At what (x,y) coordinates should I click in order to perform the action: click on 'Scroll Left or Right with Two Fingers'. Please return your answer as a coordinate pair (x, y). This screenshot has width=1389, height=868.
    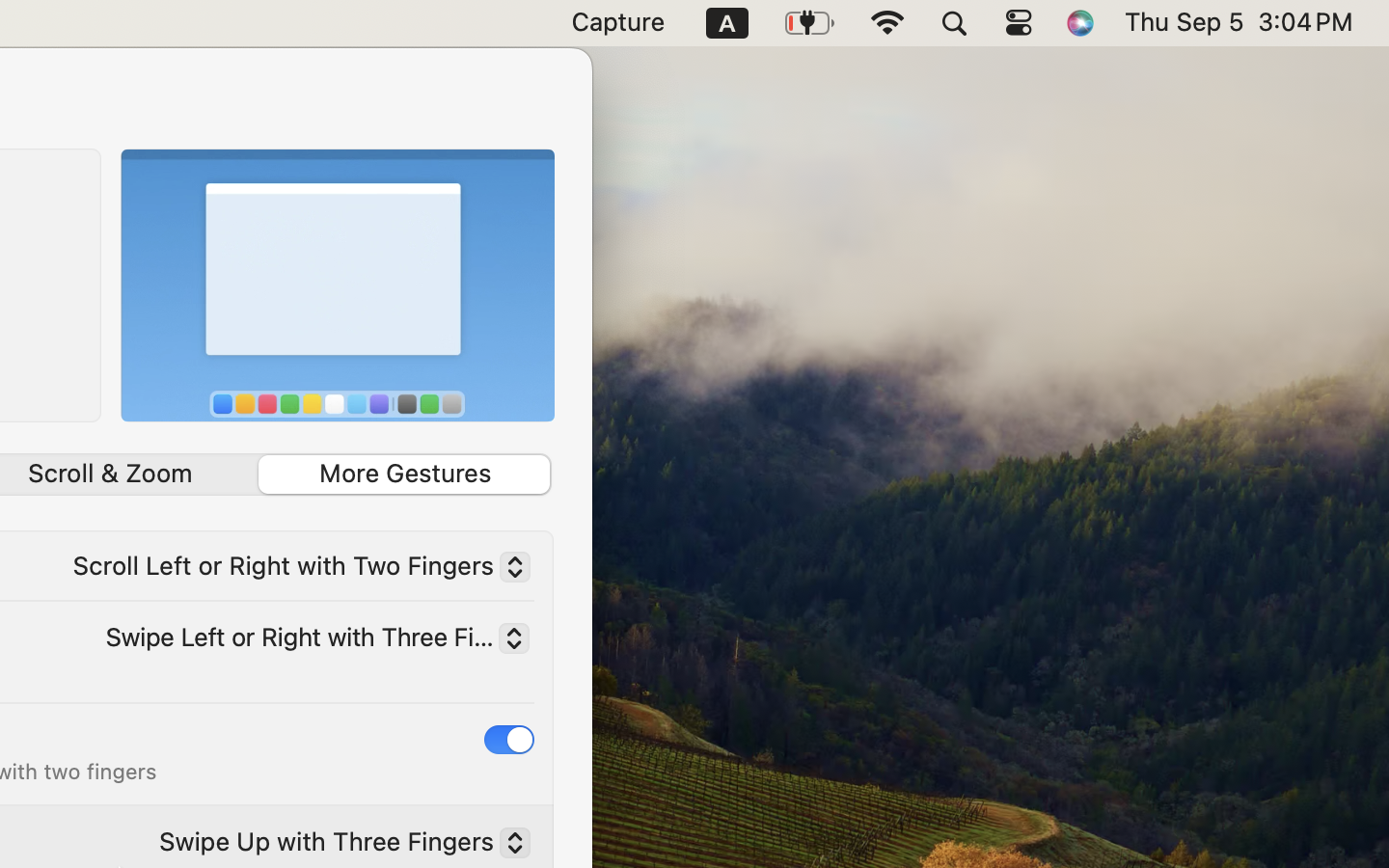
    Looking at the image, I should click on (292, 570).